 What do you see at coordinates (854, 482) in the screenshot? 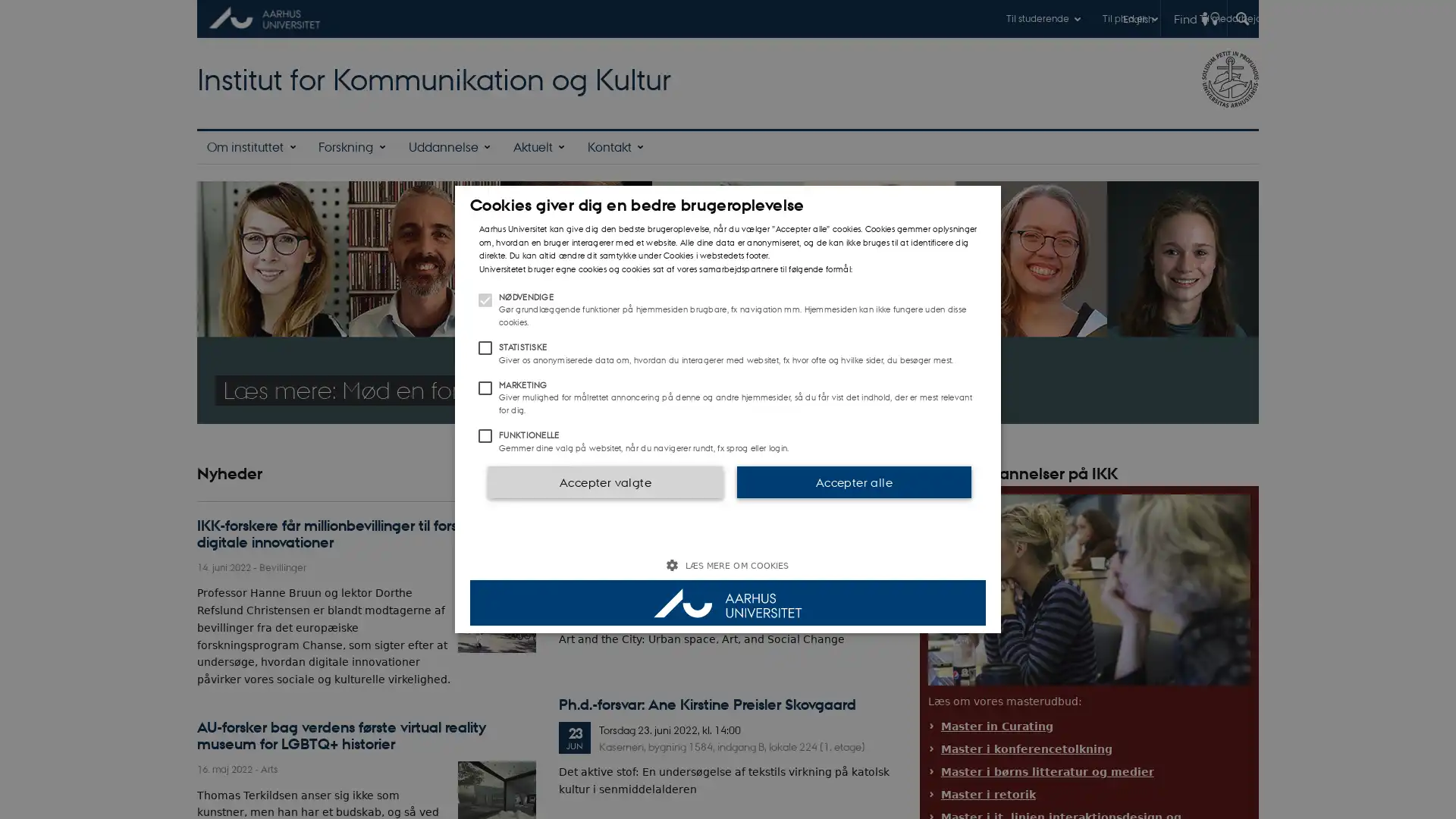
I see `Accepter alle` at bounding box center [854, 482].